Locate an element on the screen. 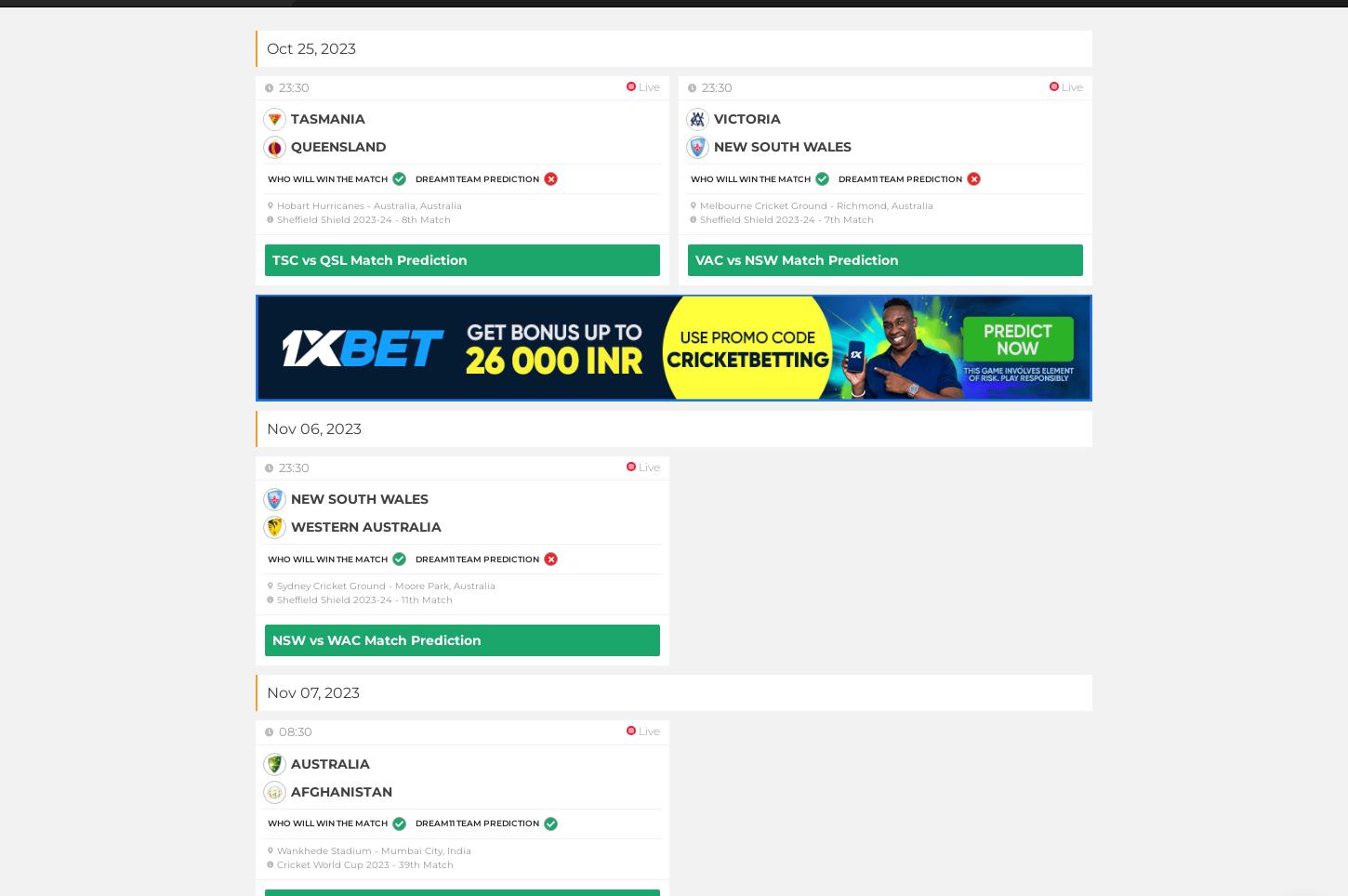 Image resolution: width=1348 pixels, height=896 pixels. '39th Match' is located at coordinates (398, 863).